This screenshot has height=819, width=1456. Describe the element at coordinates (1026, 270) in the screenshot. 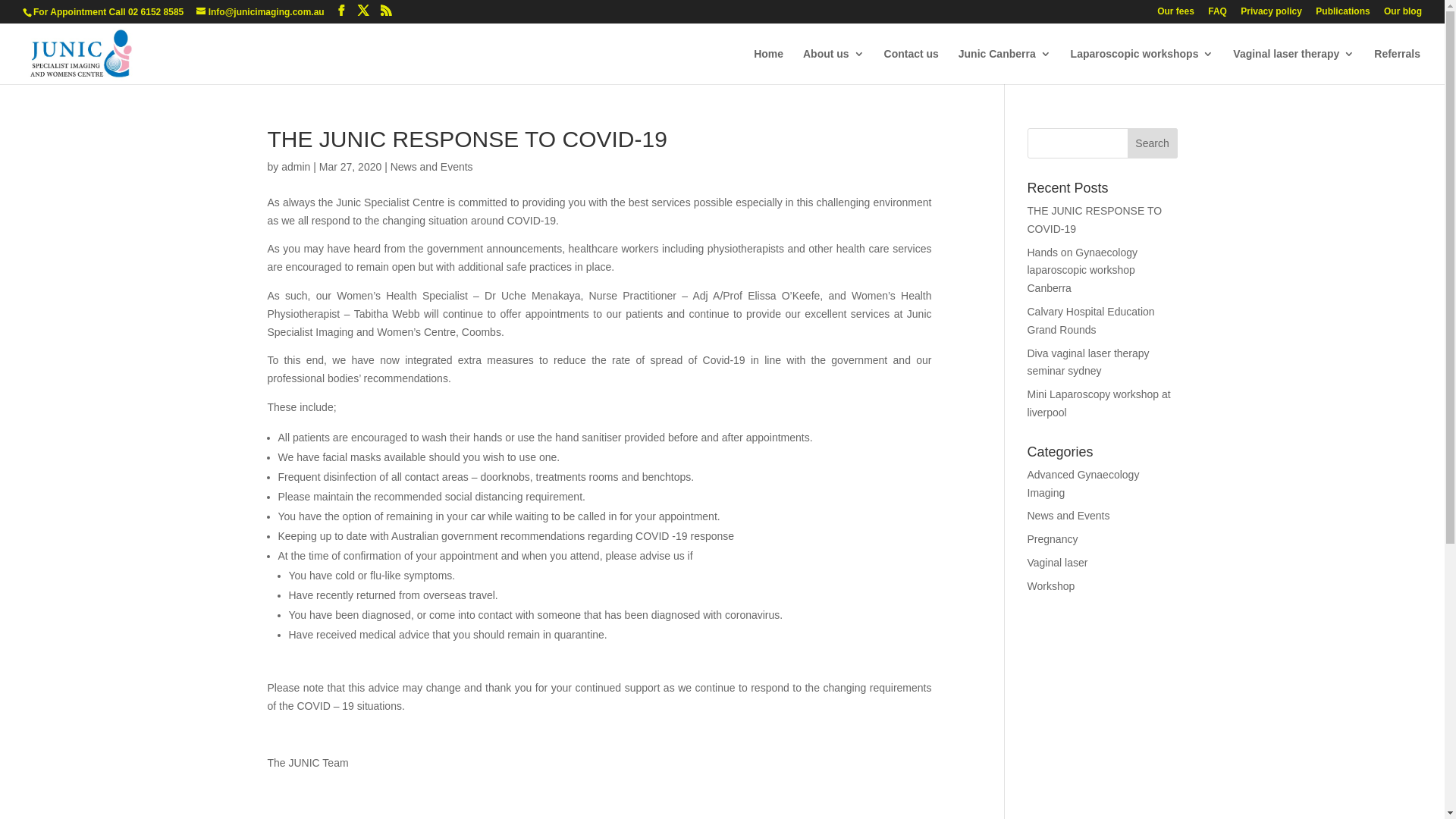

I see `'Hands on Gynaecology laparoscopic workshop Canberra'` at that location.